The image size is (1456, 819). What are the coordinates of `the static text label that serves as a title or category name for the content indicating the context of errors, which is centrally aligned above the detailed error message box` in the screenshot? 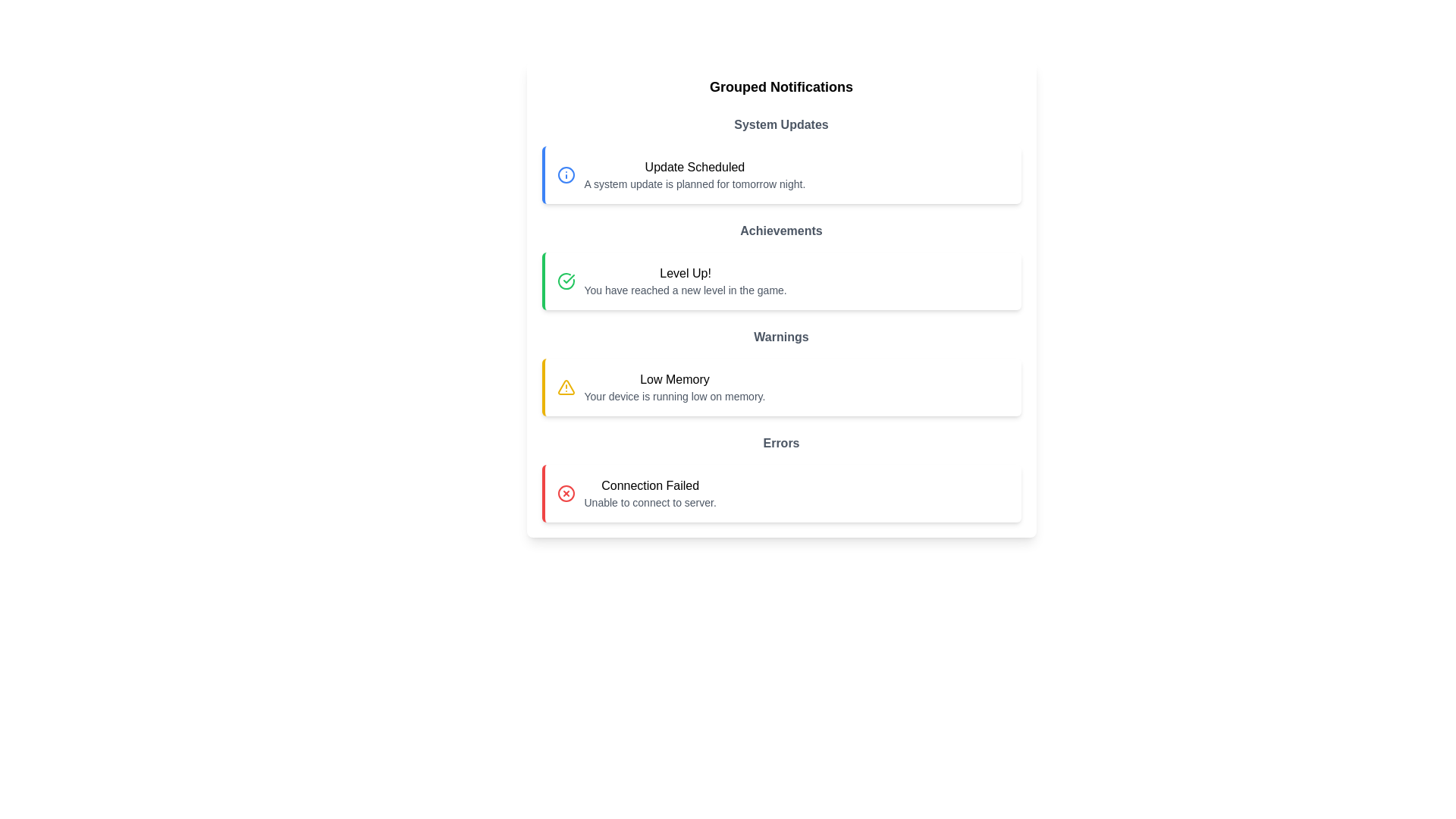 It's located at (781, 444).